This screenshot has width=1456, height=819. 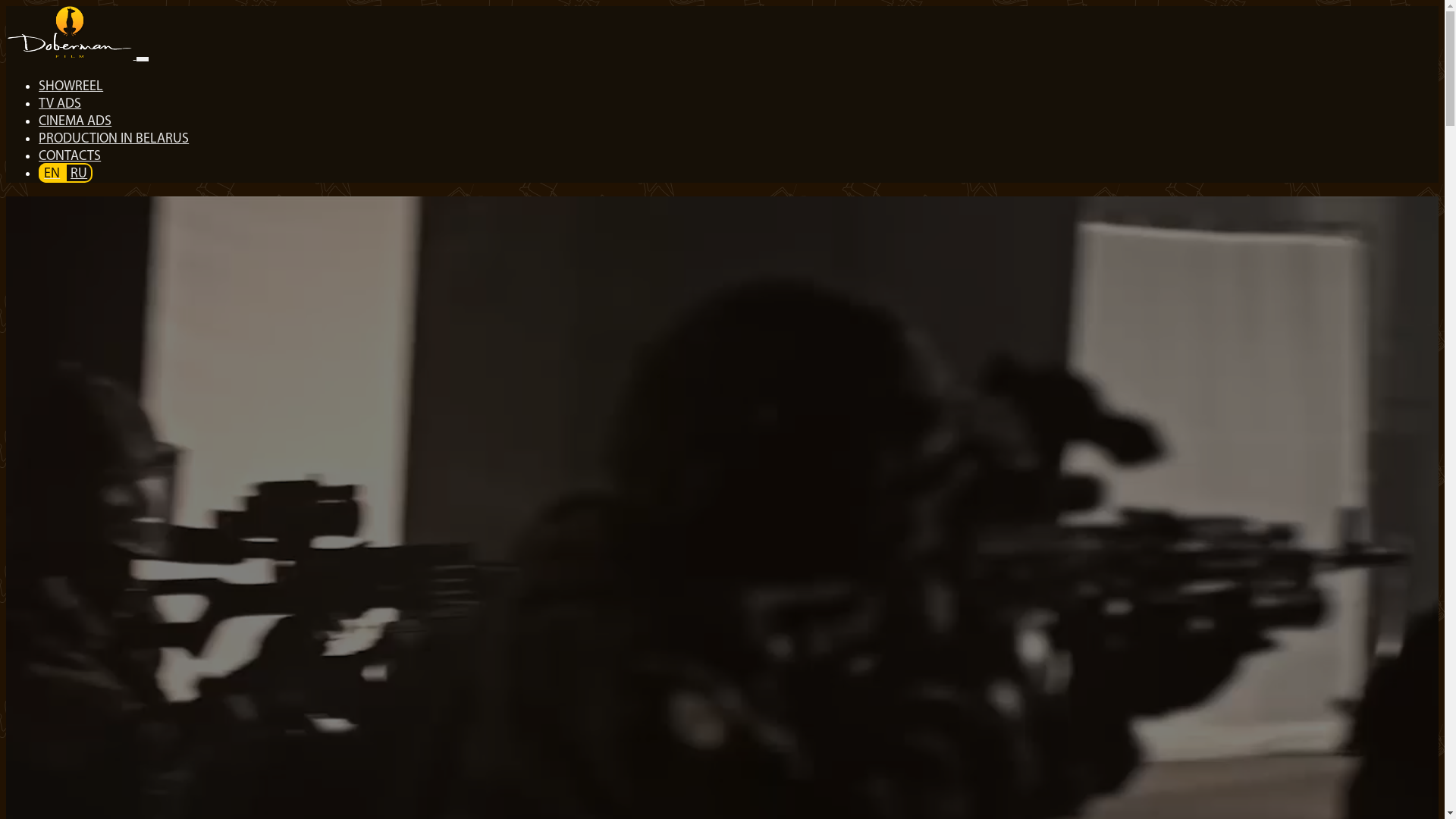 I want to click on 'SHOWREEL', so click(x=37, y=86).